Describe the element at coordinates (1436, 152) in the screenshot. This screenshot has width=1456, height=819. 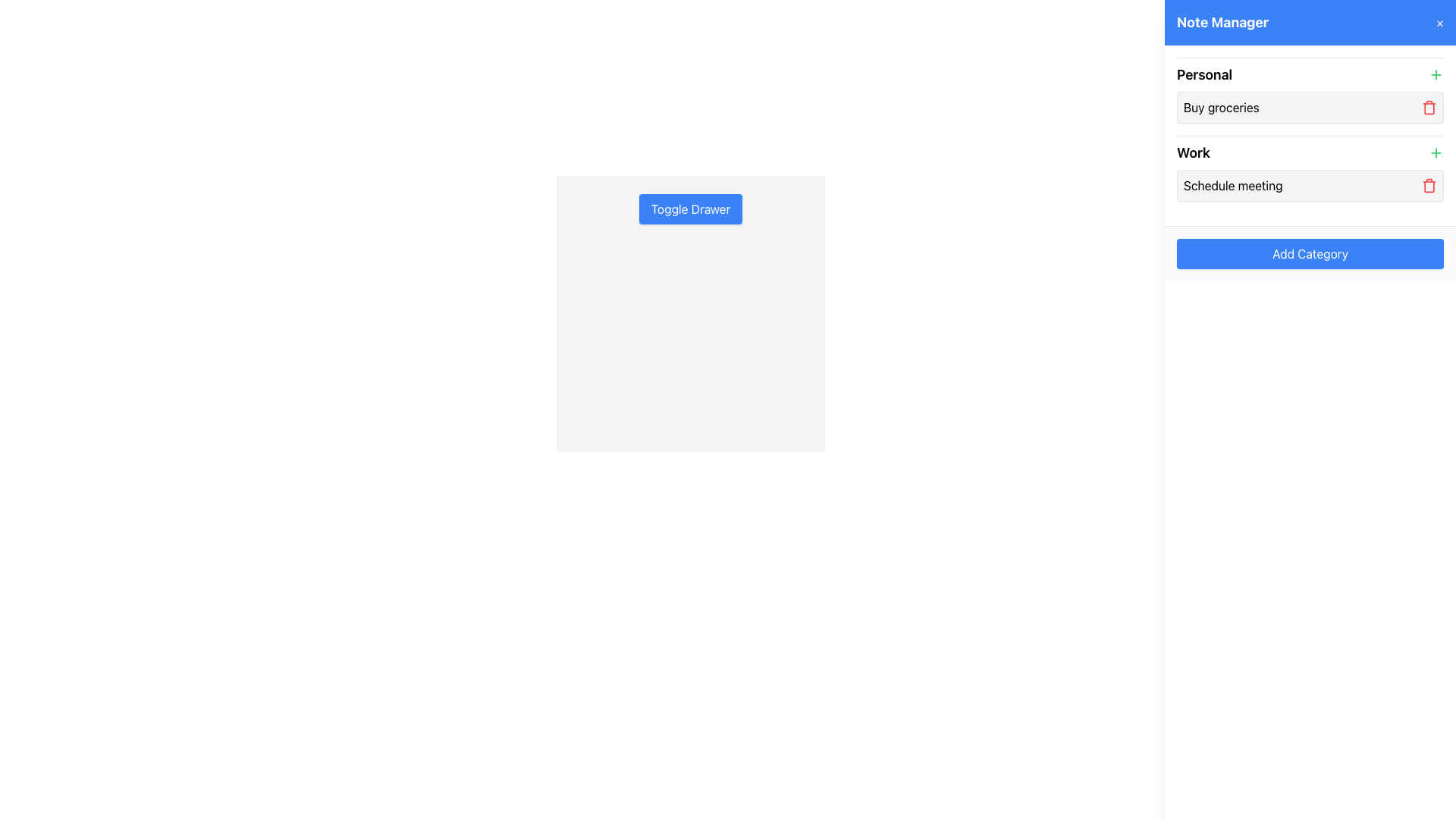
I see `the small green plus icon located to the right of the 'Work' text heading to change its color` at that location.